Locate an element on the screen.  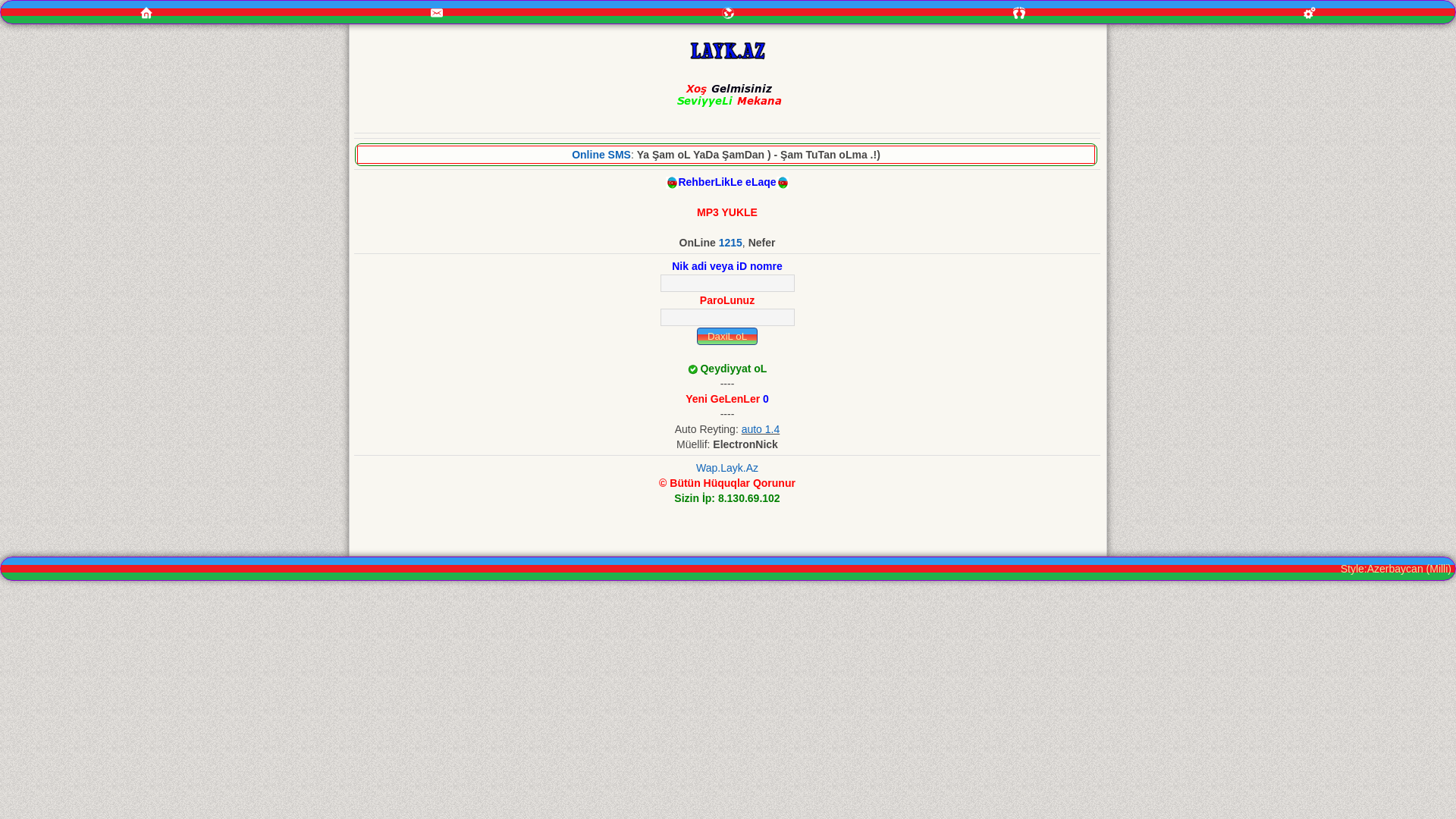
'Online SMS' is located at coordinates (600, 155).